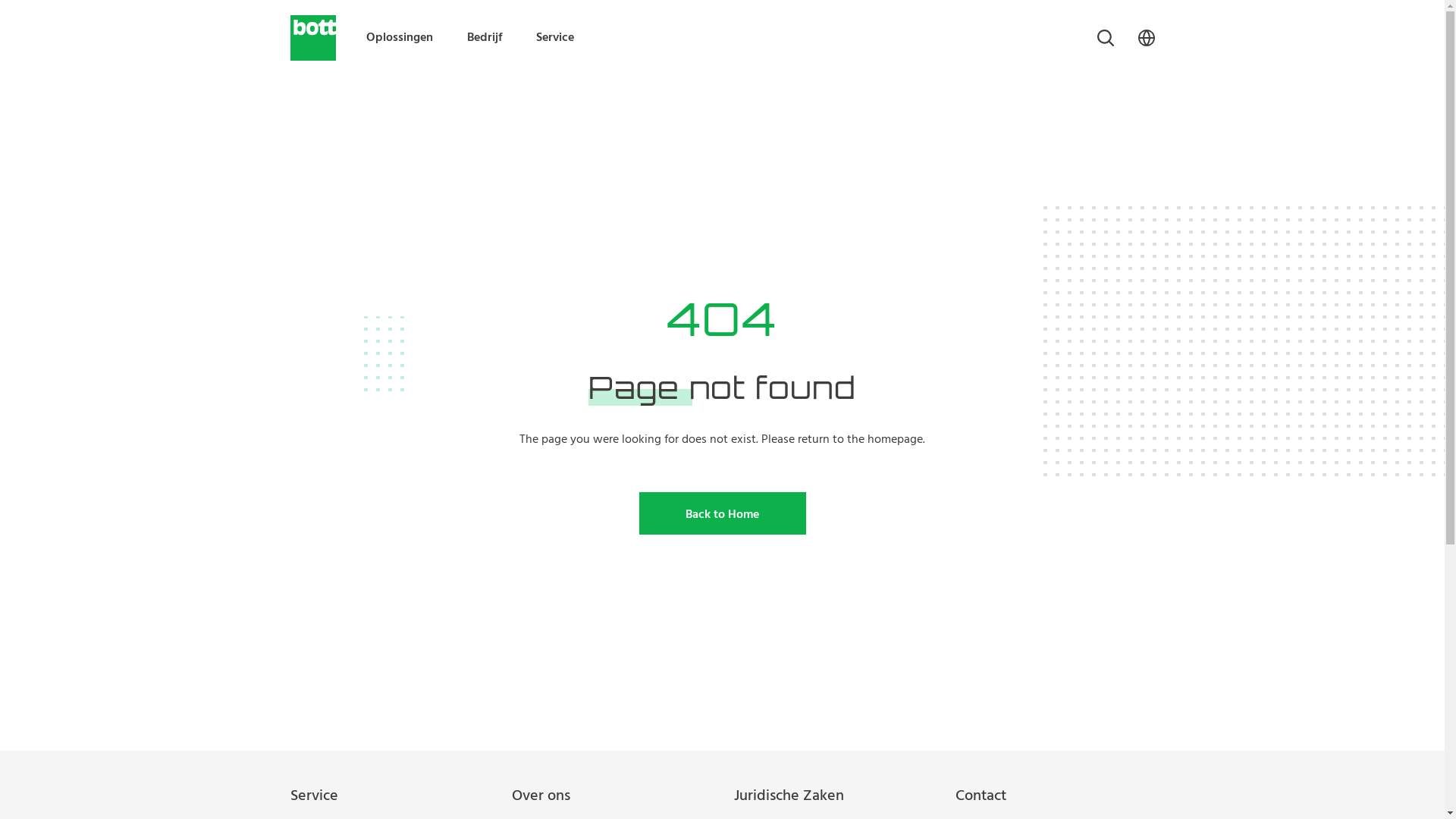 The height and width of the screenshot is (819, 1456). I want to click on 'Bedrijf', so click(483, 37).